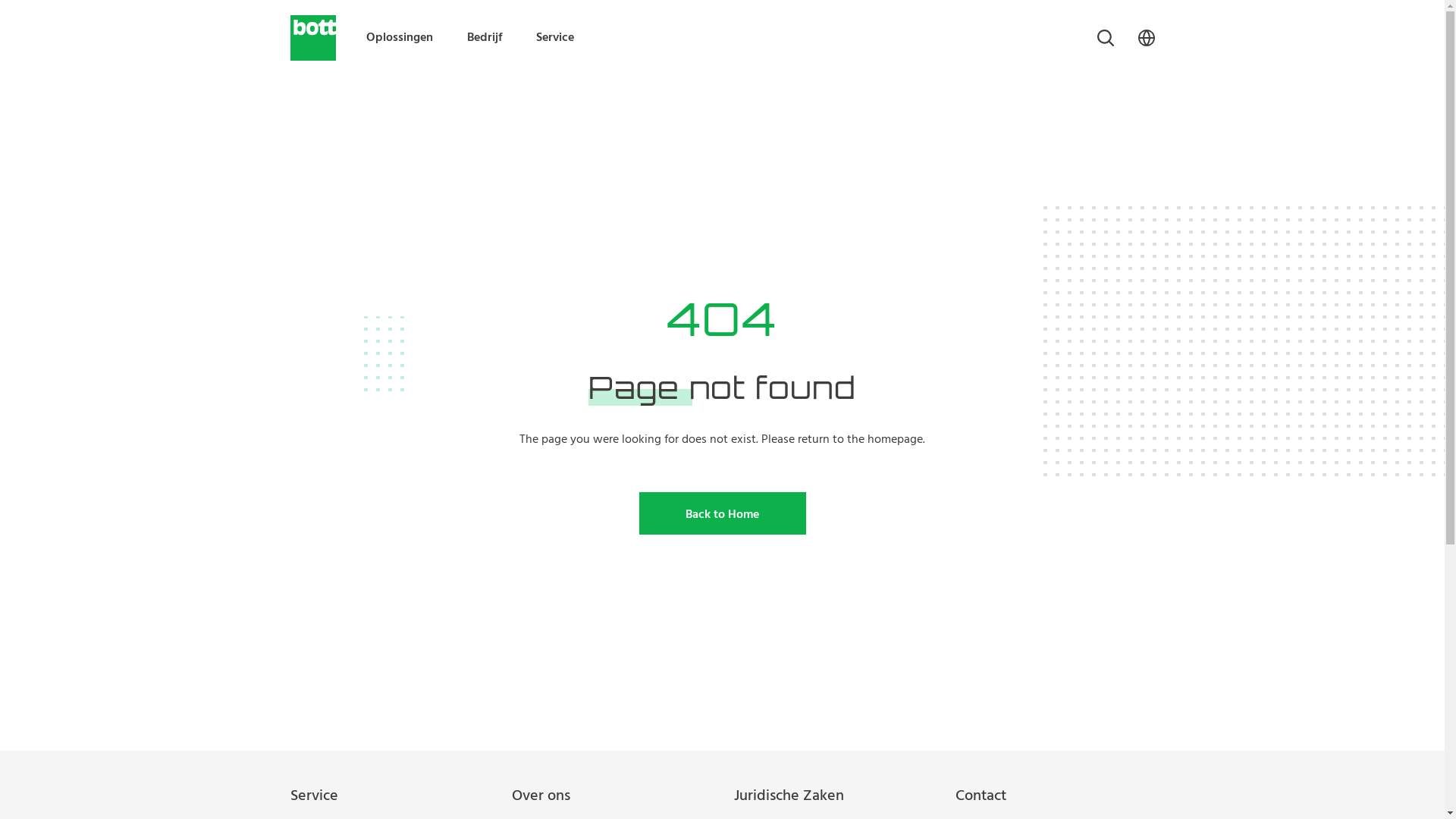 The height and width of the screenshot is (819, 1456). I want to click on 'Bedrijf', so click(483, 37).